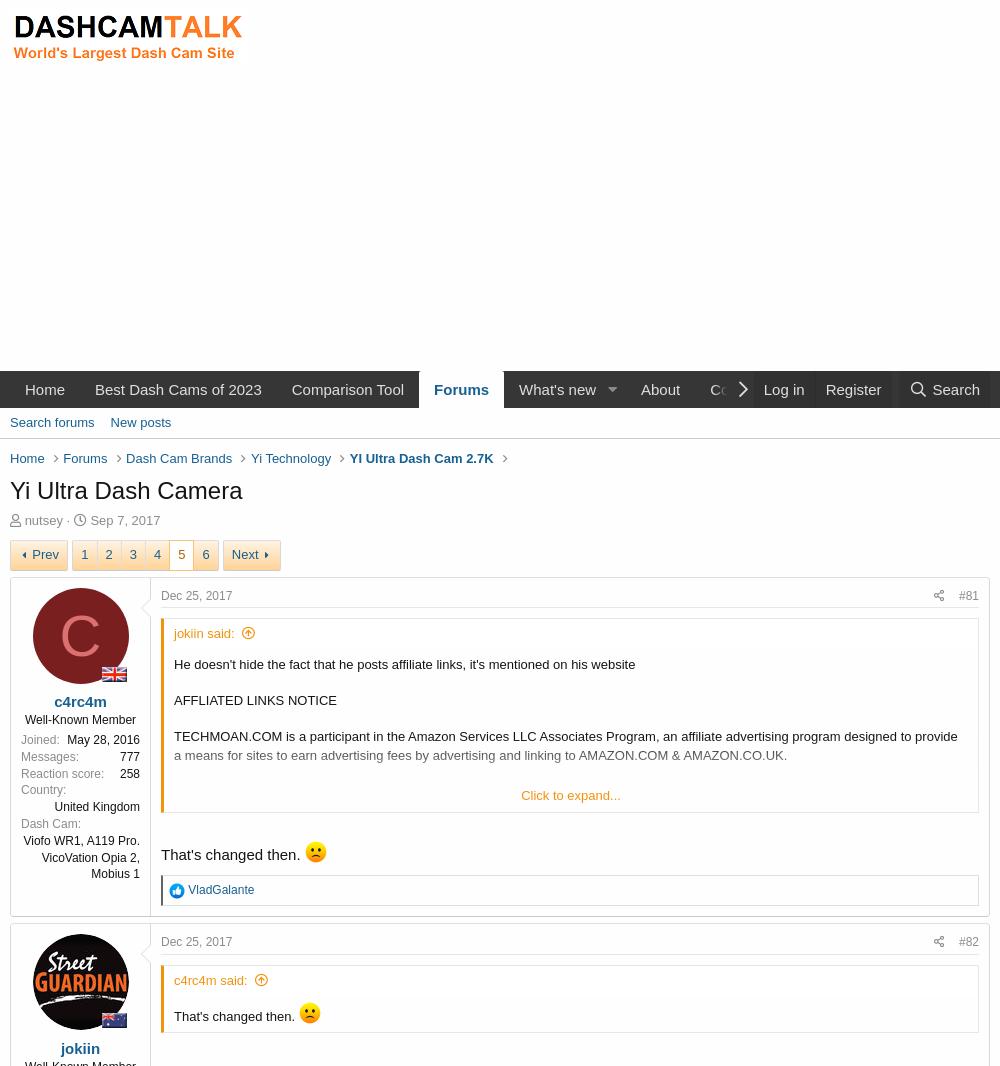  Describe the element at coordinates (783, 389) in the screenshot. I see `'Log in'` at that location.